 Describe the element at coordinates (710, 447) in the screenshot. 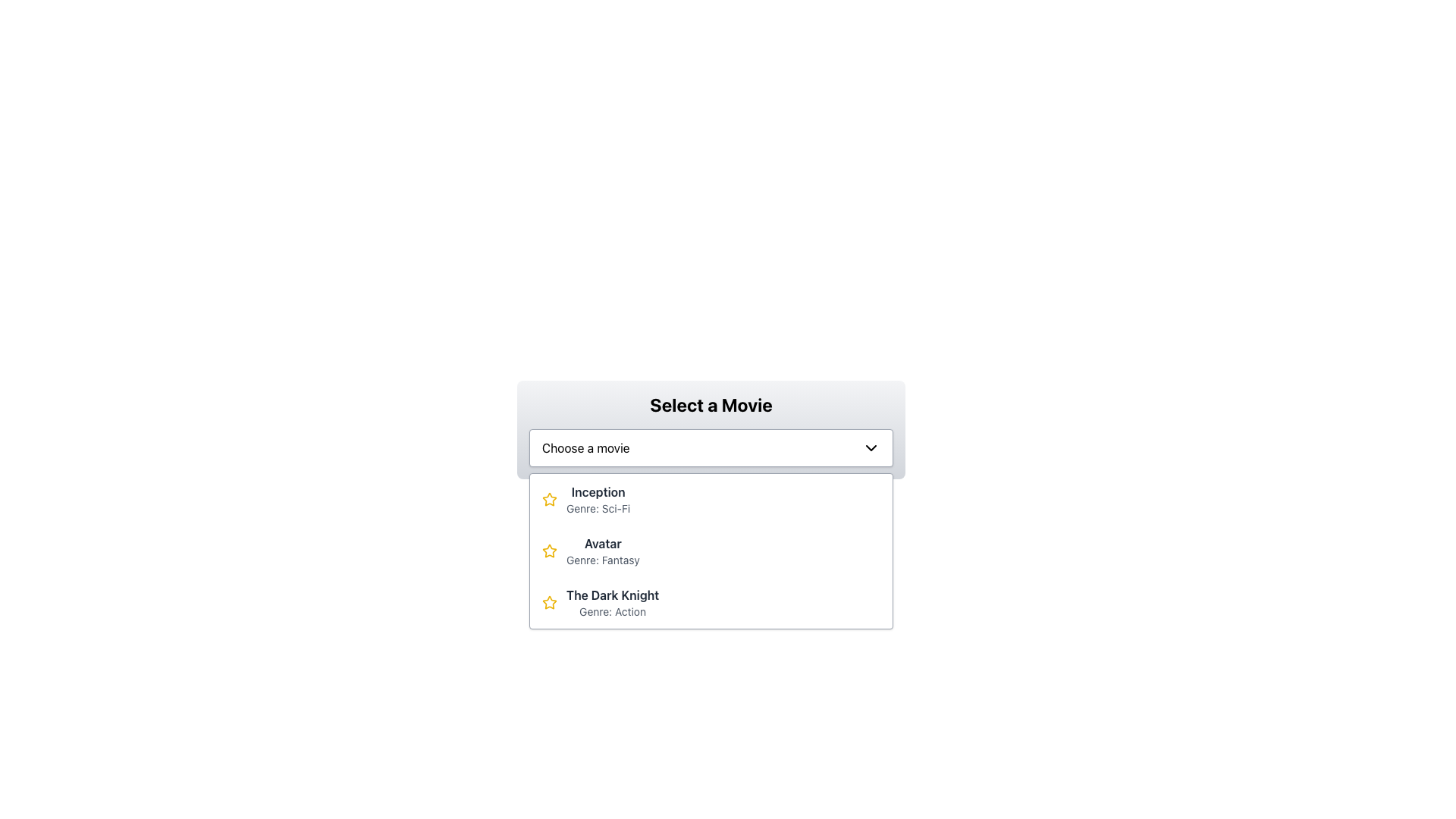

I see `the dropdown menu labeled 'Choose a movie'` at that location.